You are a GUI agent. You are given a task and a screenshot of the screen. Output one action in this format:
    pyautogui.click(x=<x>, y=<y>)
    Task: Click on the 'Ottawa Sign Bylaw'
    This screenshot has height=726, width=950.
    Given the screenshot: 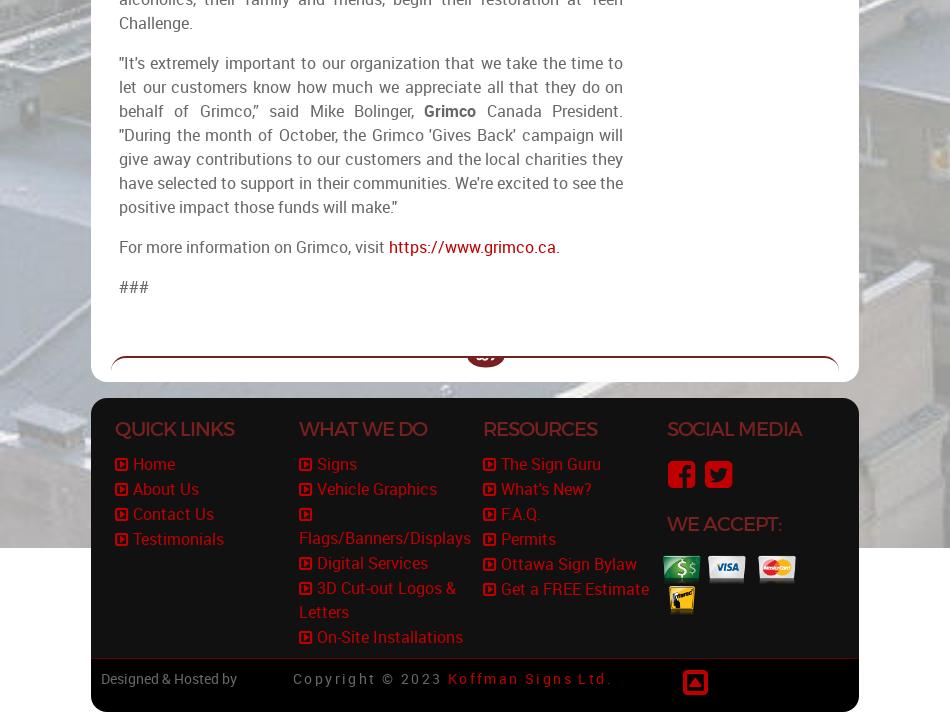 What is the action you would take?
    pyautogui.click(x=568, y=563)
    